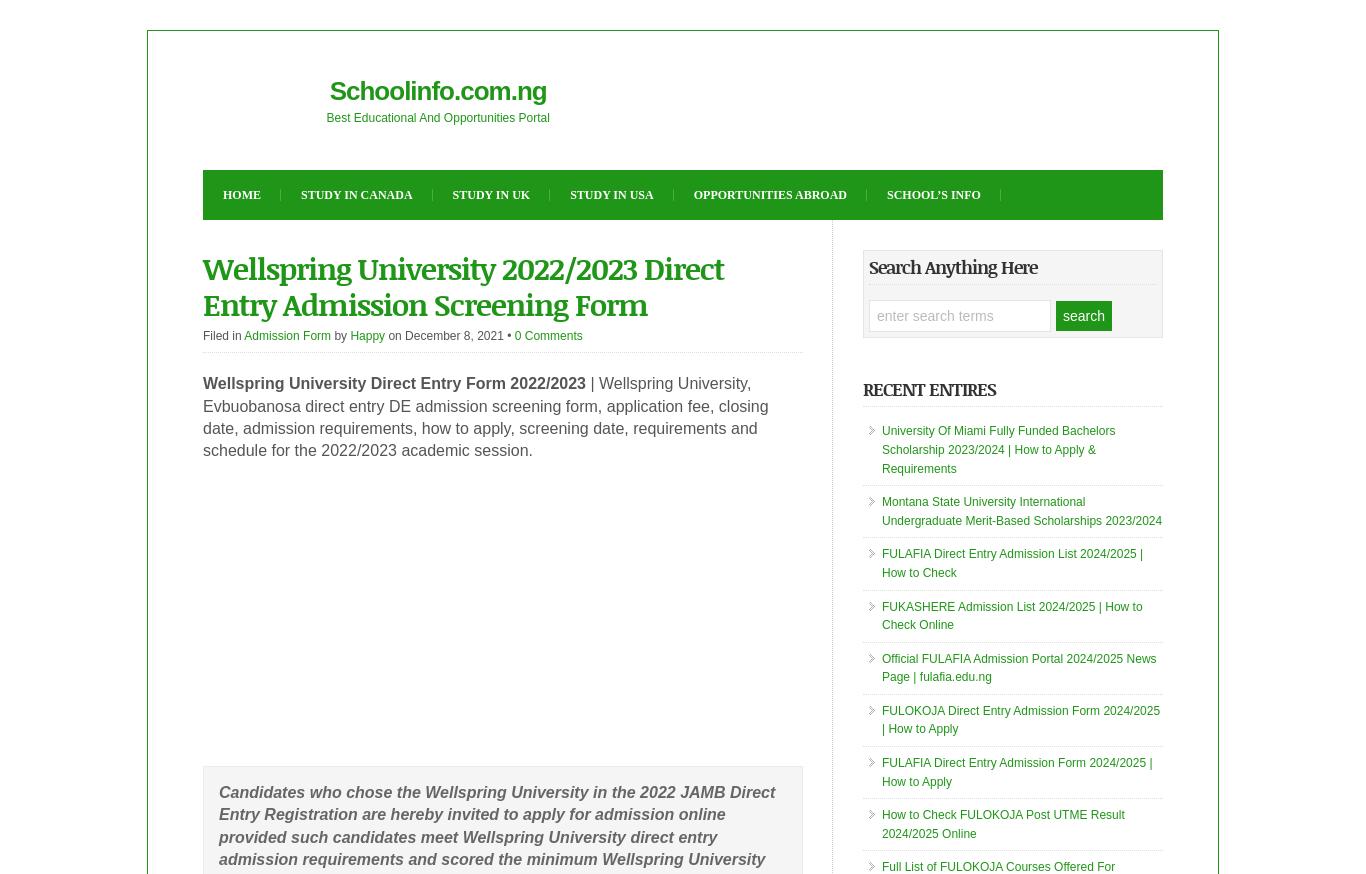 The height and width of the screenshot is (874, 1366). I want to click on 'FULAFIA Direct Entry Admission Form 2024/2025 | How to Apply', so click(1016, 771).